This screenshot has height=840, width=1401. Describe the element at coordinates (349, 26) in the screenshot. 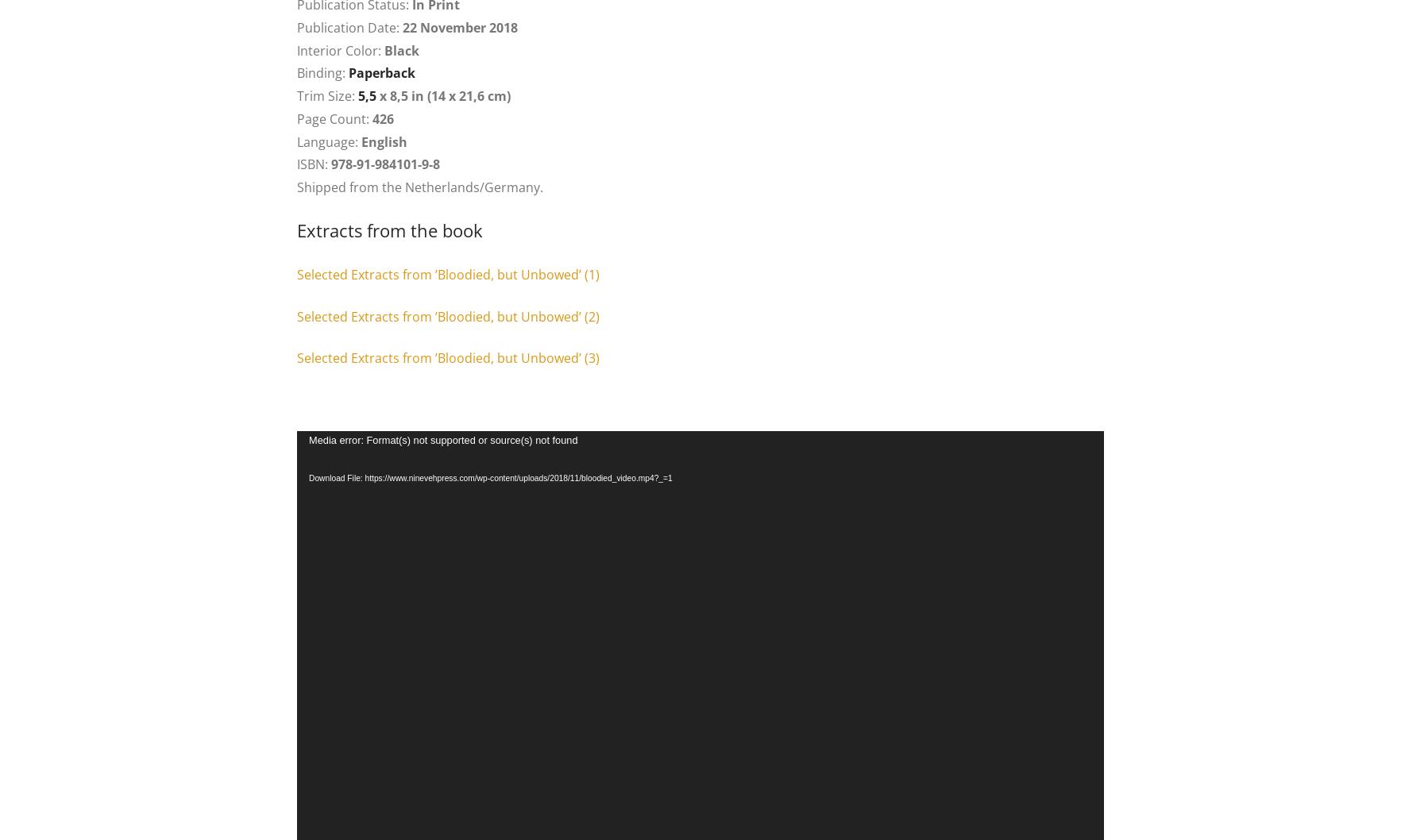

I see `'Publication Date:'` at that location.